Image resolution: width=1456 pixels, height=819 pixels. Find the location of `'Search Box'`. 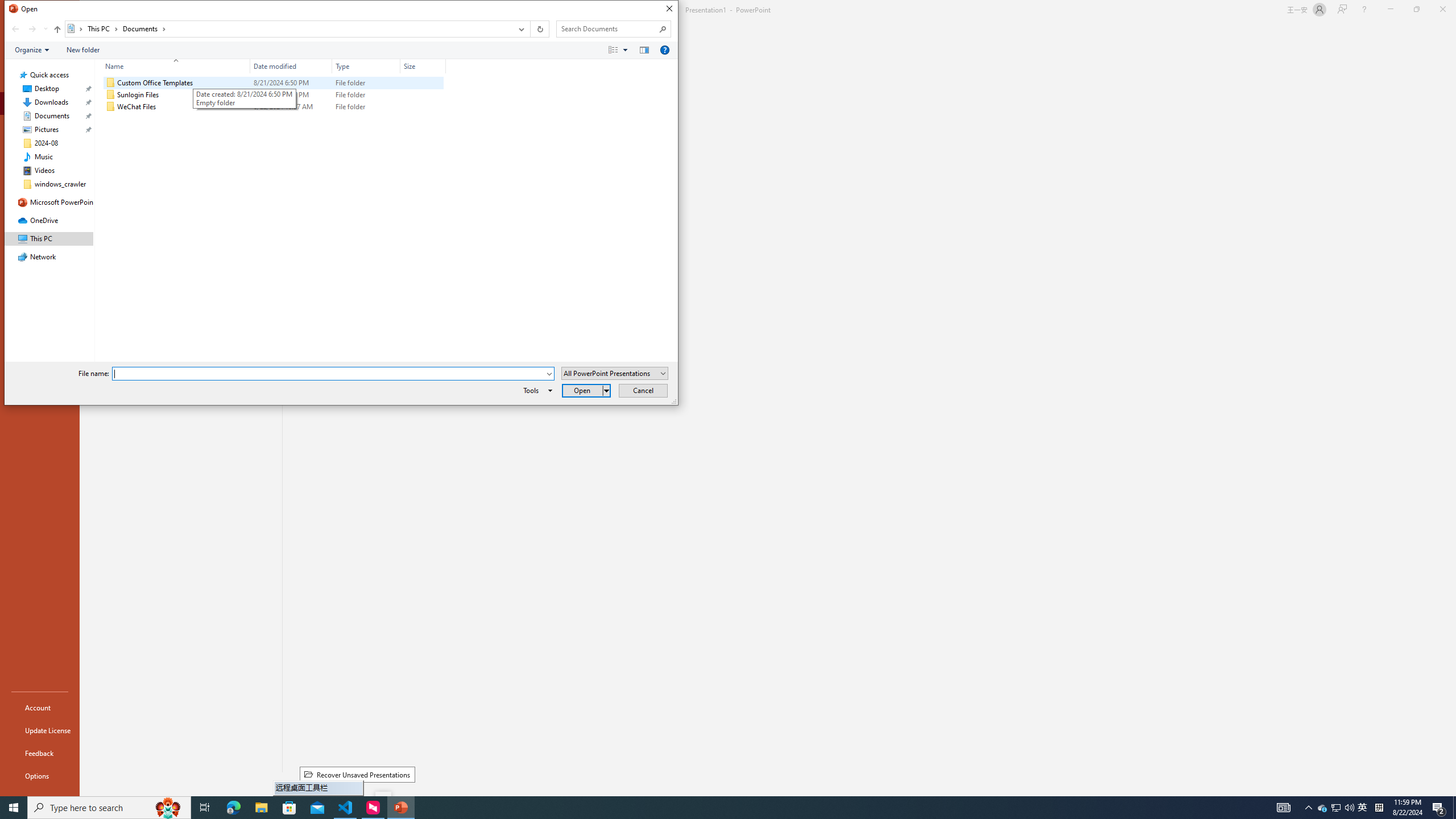

'Search Box' is located at coordinates (607, 28).